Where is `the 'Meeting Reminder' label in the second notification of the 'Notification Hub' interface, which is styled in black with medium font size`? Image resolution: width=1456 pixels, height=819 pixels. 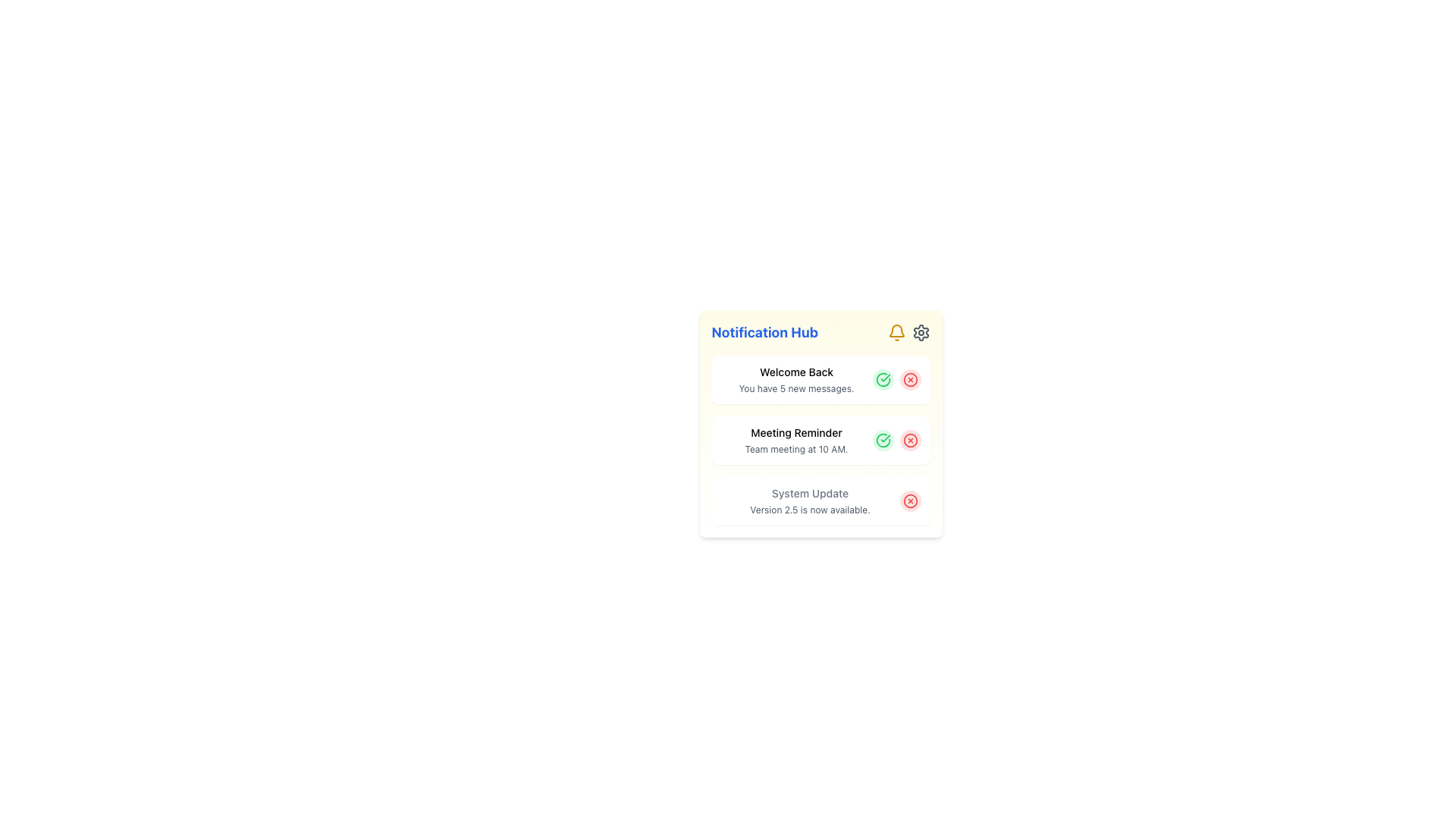
the 'Meeting Reminder' label in the second notification of the 'Notification Hub' interface, which is styled in black with medium font size is located at coordinates (795, 432).